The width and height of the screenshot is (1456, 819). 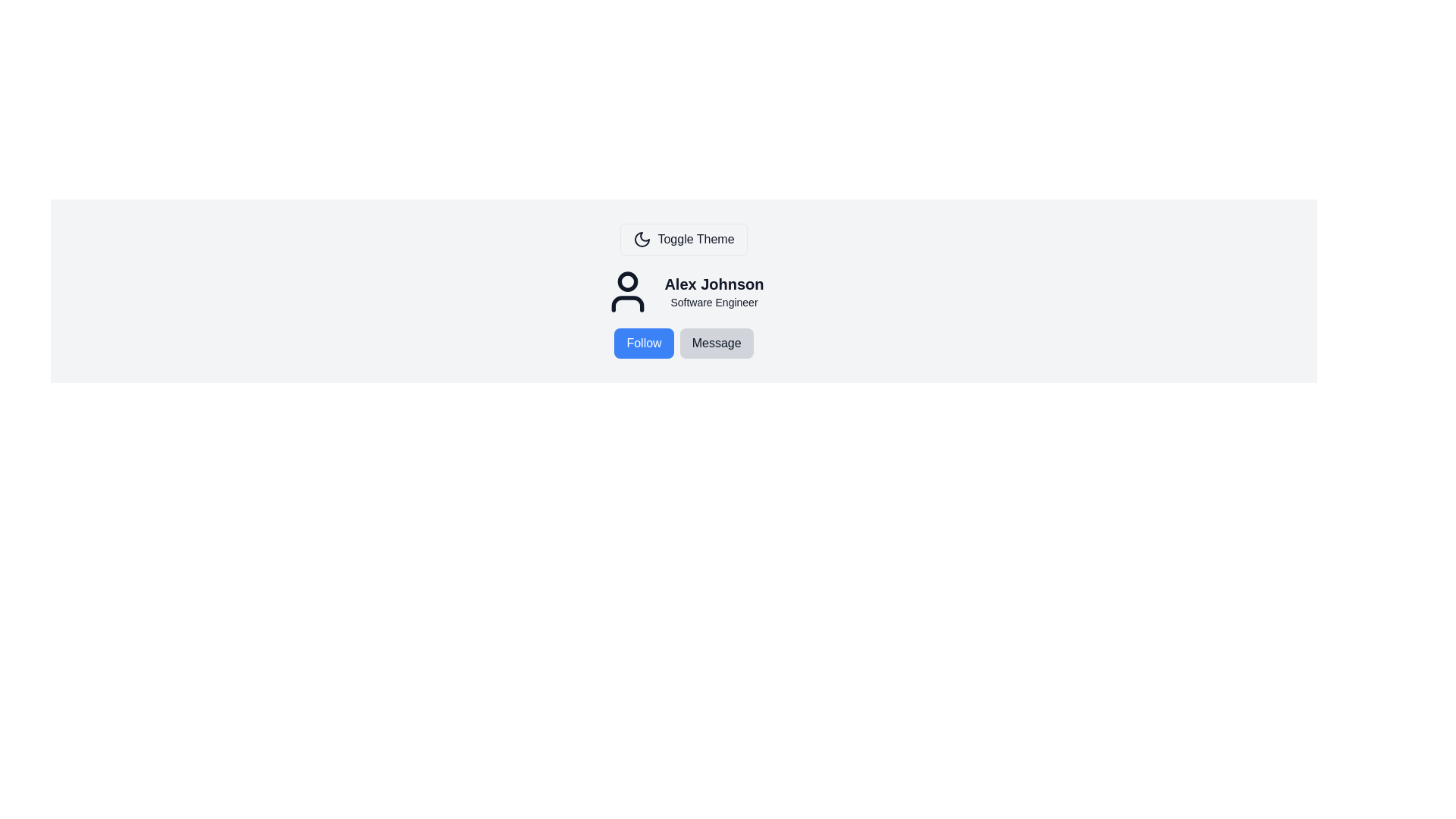 I want to click on the text label displaying the name of the individual being viewed, which is centrally aligned and positioned above the description label 'Software Engineer', so click(x=713, y=284).